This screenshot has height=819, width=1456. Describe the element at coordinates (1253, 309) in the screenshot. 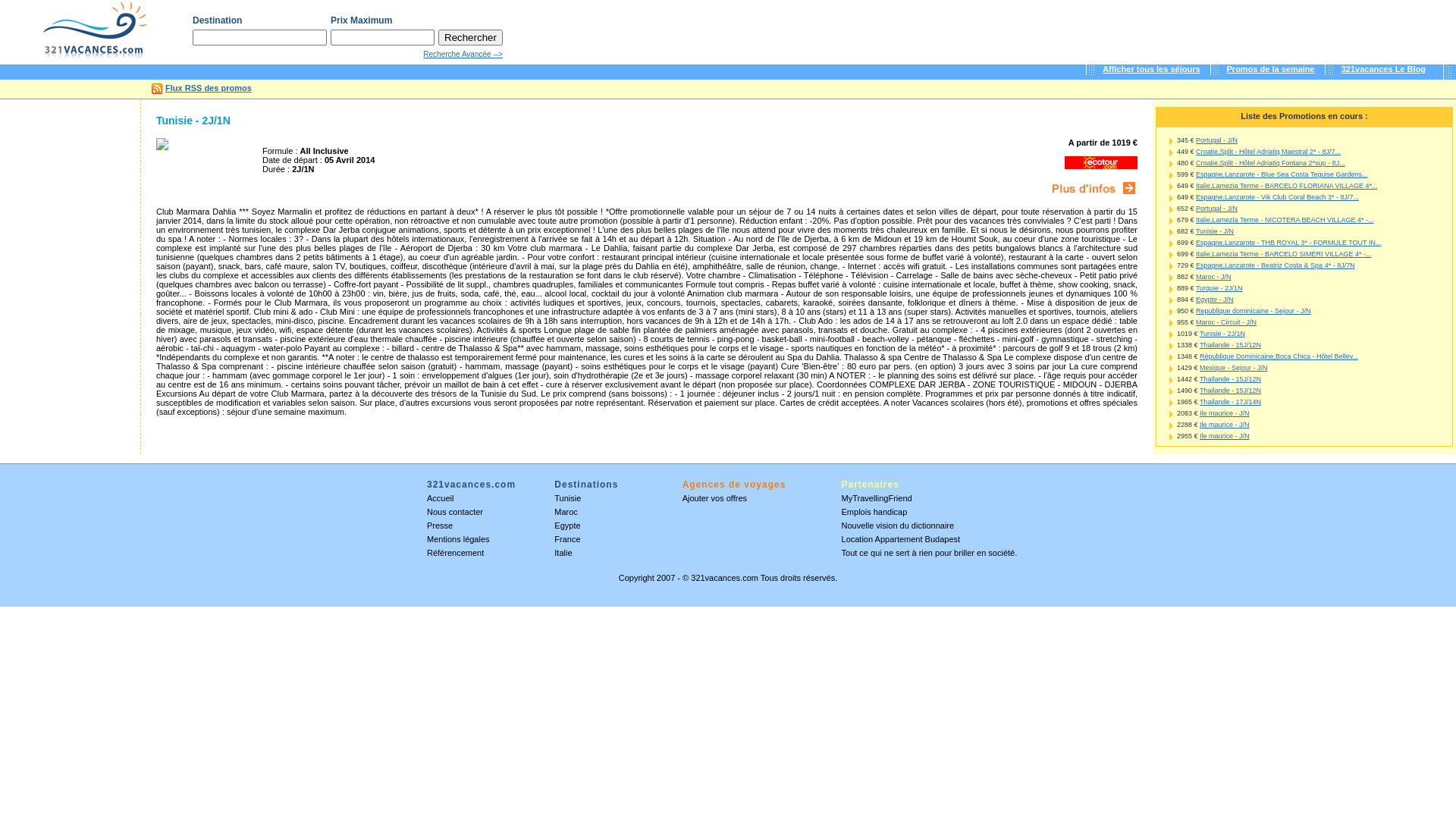

I see `'Republique dominicaine - Sejour - J/N'` at that location.